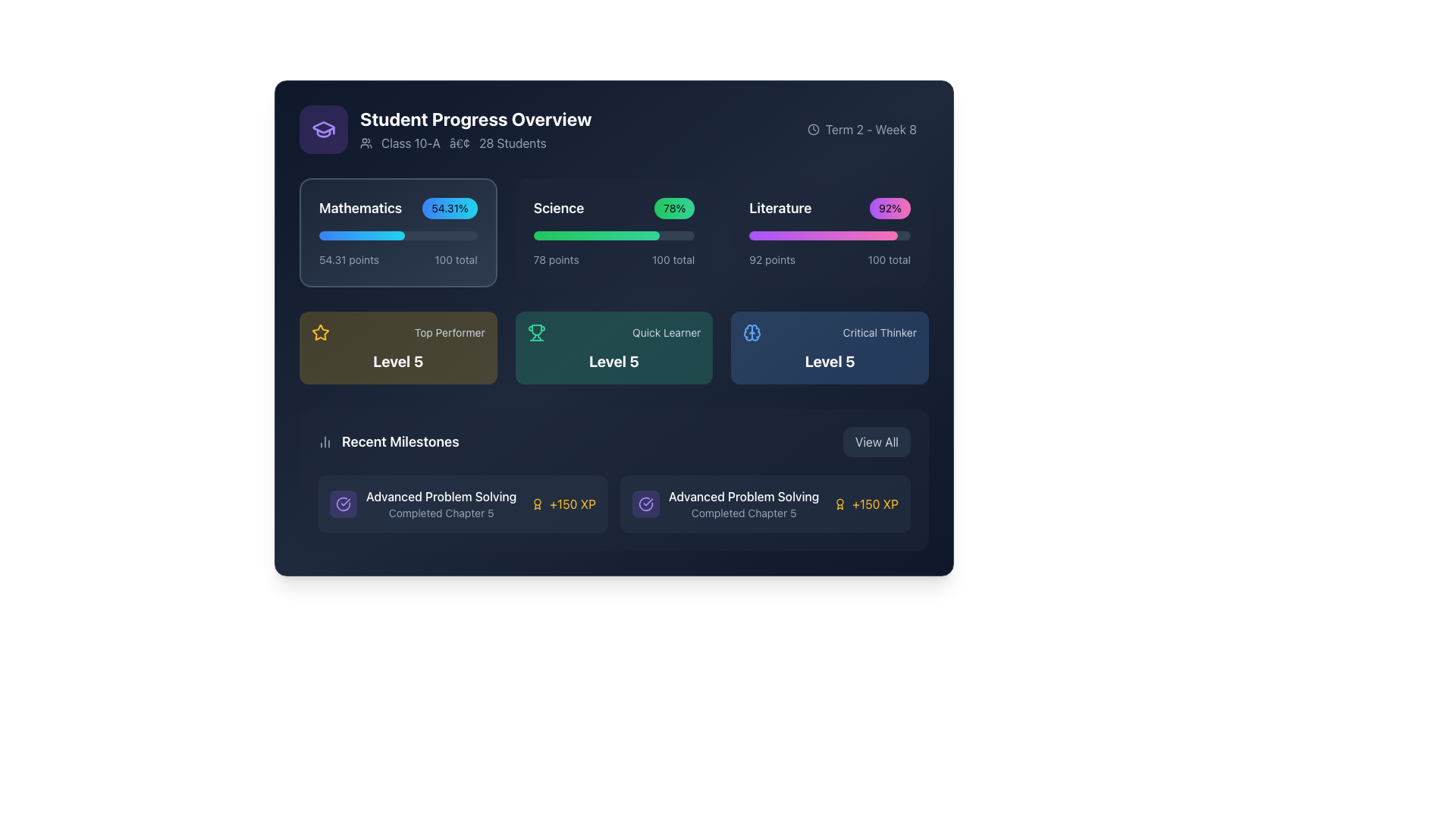  Describe the element at coordinates (398, 236) in the screenshot. I see `the horizontal progress bar with a dark blue background and rounded corners located within the 'Mathematics' card, positioned centrally beneath the labels 'Mathematics' and '54.31%'` at that location.